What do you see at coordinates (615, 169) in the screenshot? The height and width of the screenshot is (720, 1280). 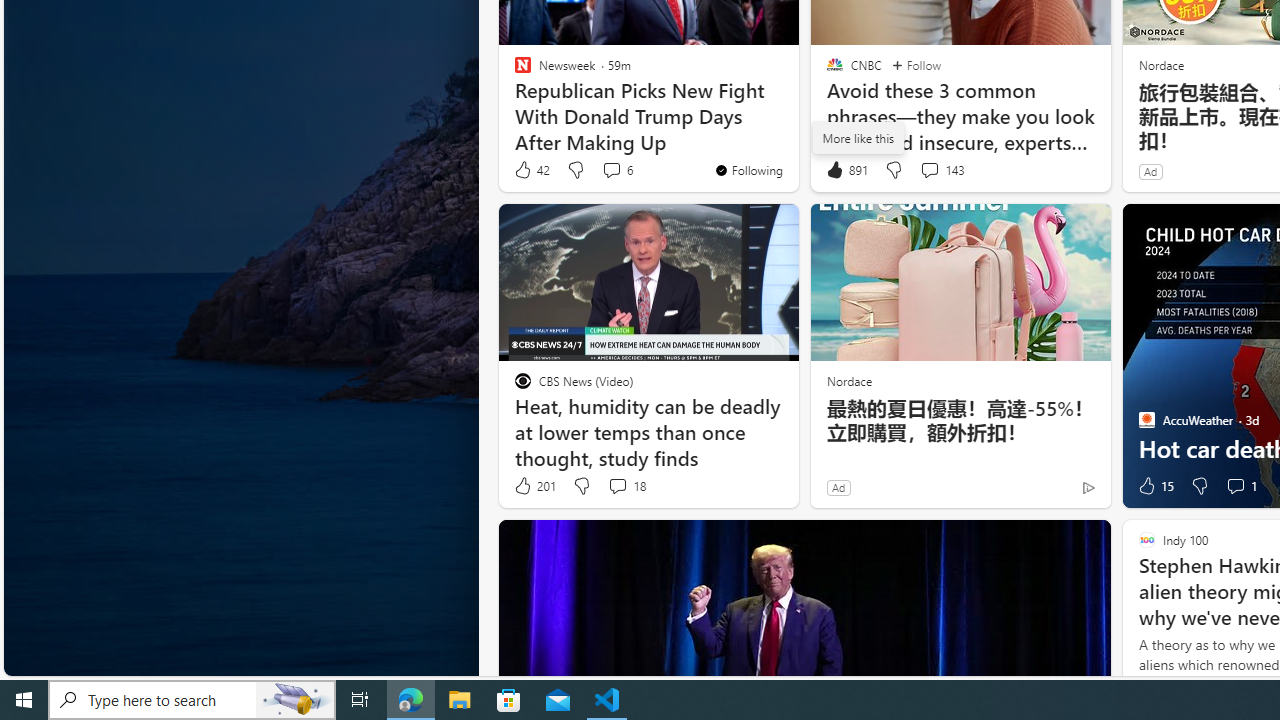 I see `'View comments 6 Comment'` at bounding box center [615, 169].